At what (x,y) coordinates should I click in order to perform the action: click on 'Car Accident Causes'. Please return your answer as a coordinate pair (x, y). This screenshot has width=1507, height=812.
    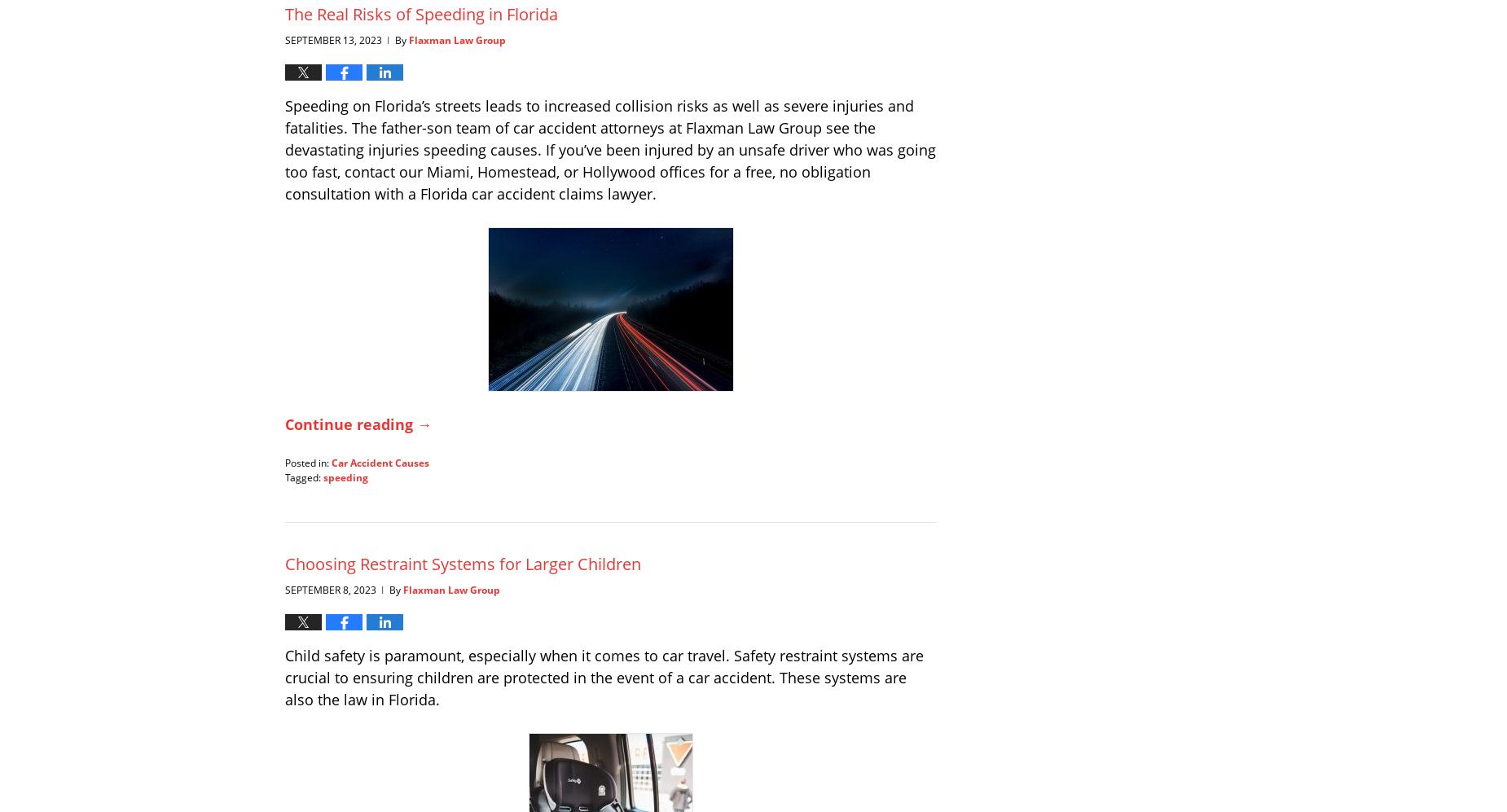
    Looking at the image, I should click on (380, 462).